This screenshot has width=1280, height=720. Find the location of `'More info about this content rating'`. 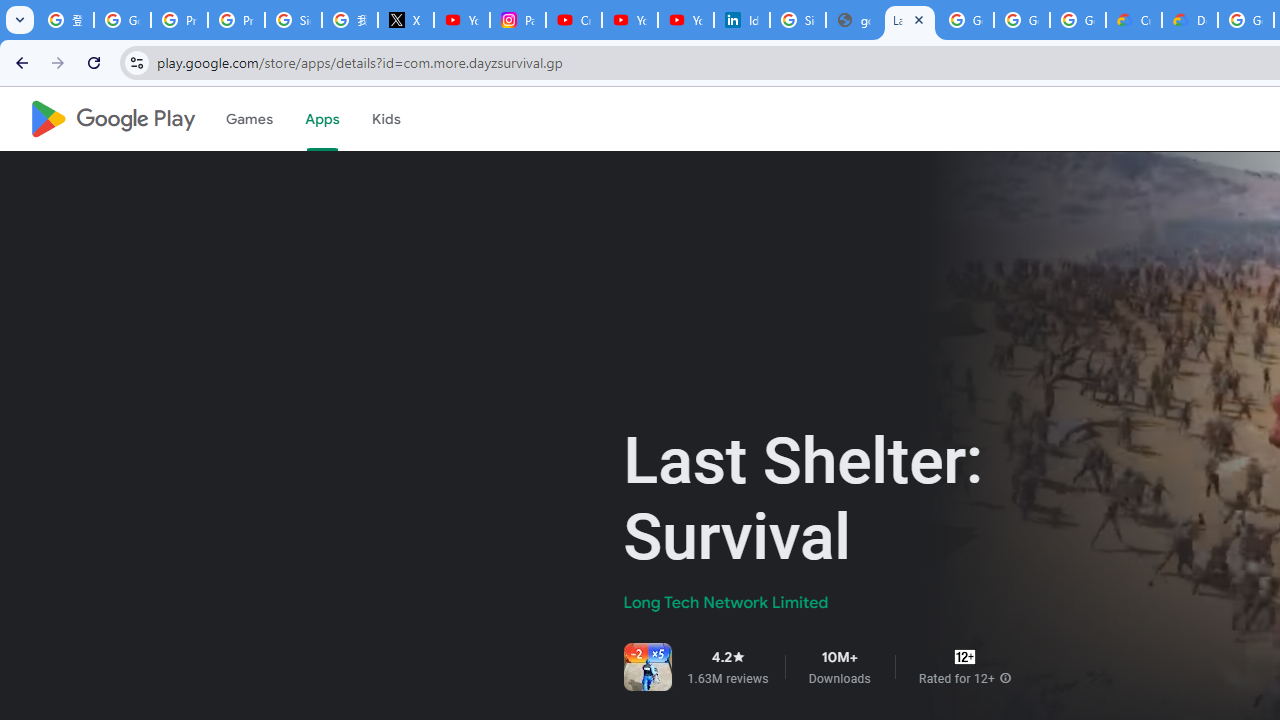

'More info about this content rating' is located at coordinates (1005, 677).